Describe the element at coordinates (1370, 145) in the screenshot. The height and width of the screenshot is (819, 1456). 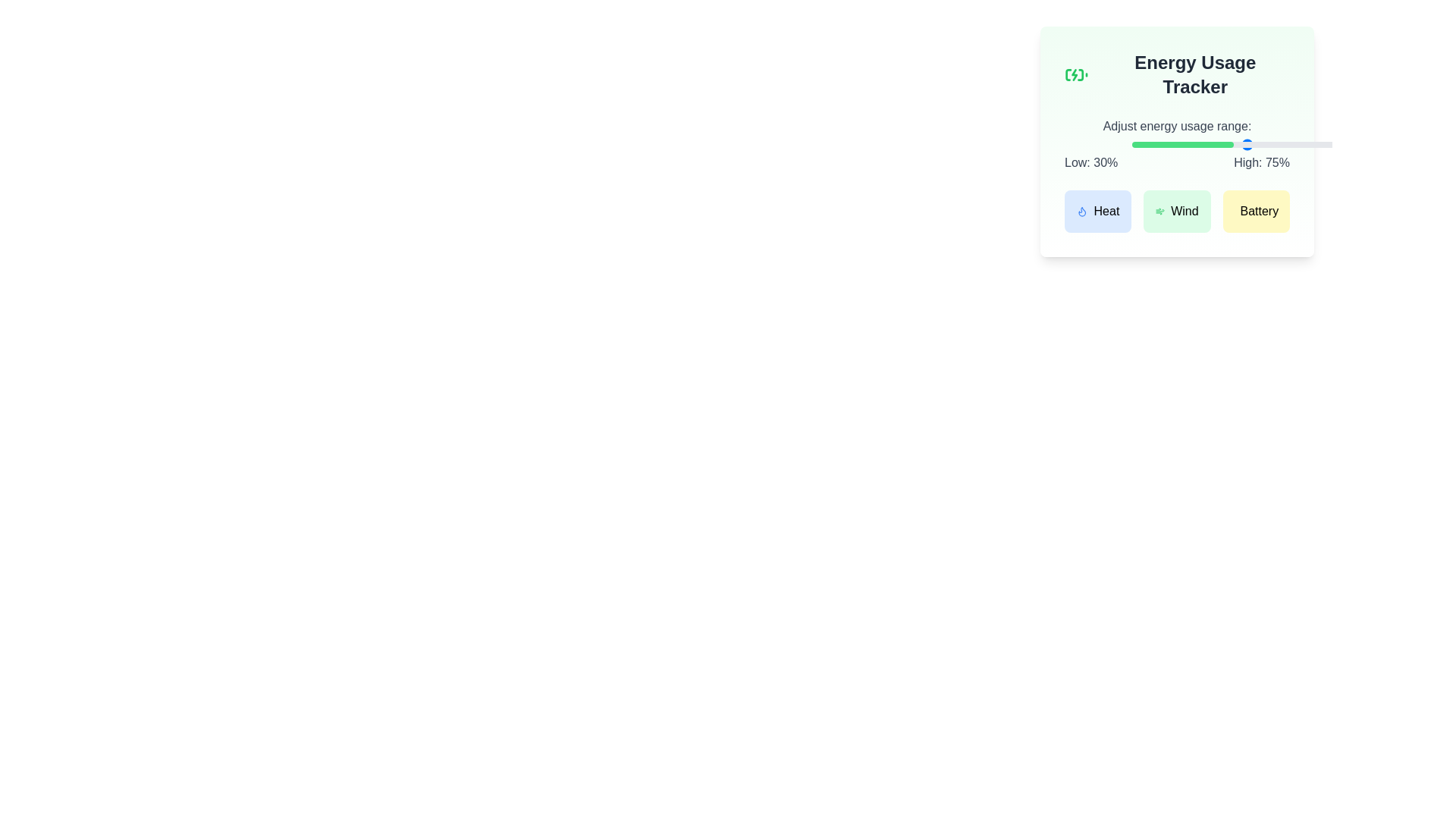
I see `the energy usage range` at that location.